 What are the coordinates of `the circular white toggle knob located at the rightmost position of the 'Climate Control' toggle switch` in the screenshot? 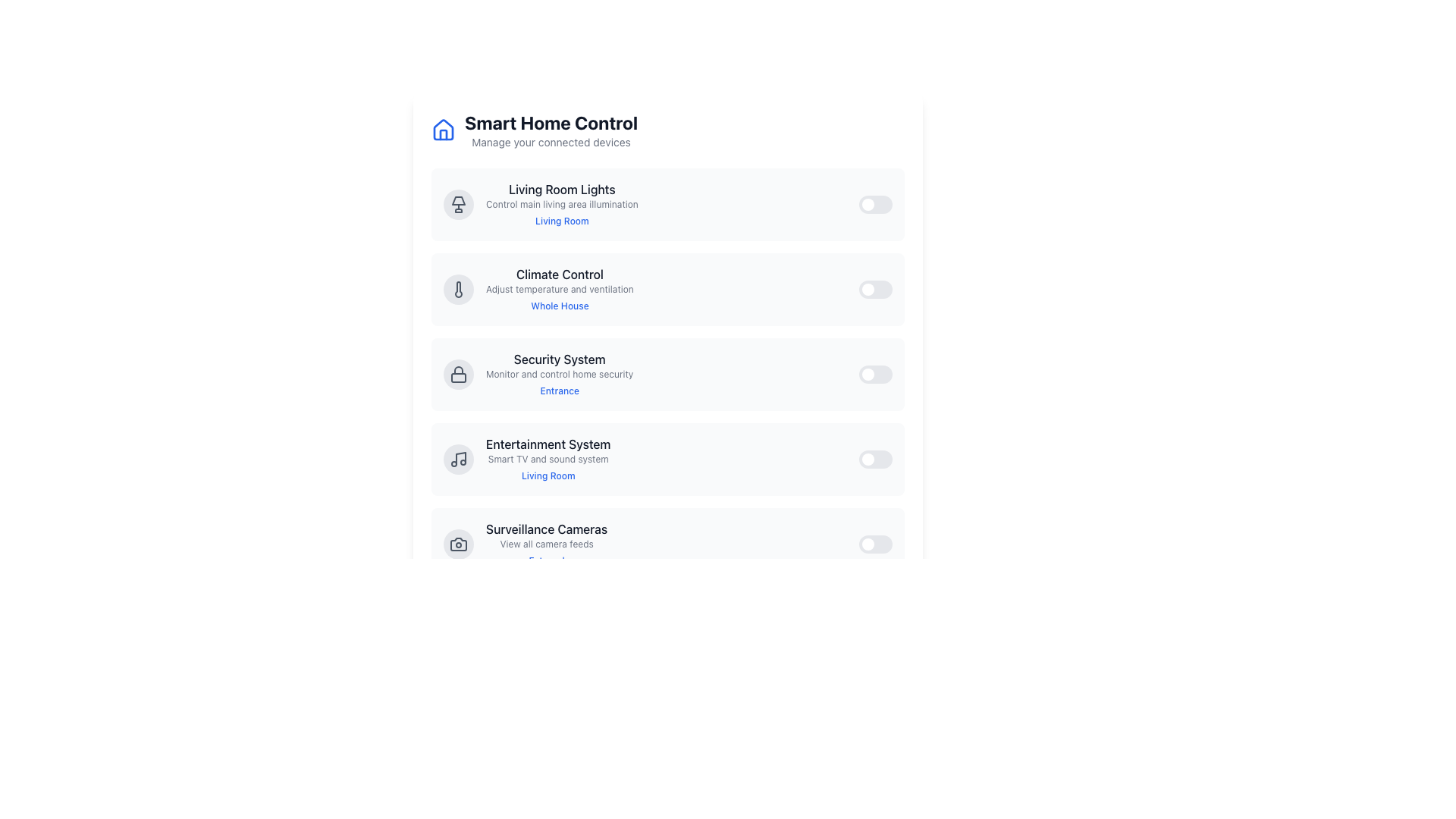 It's located at (868, 289).